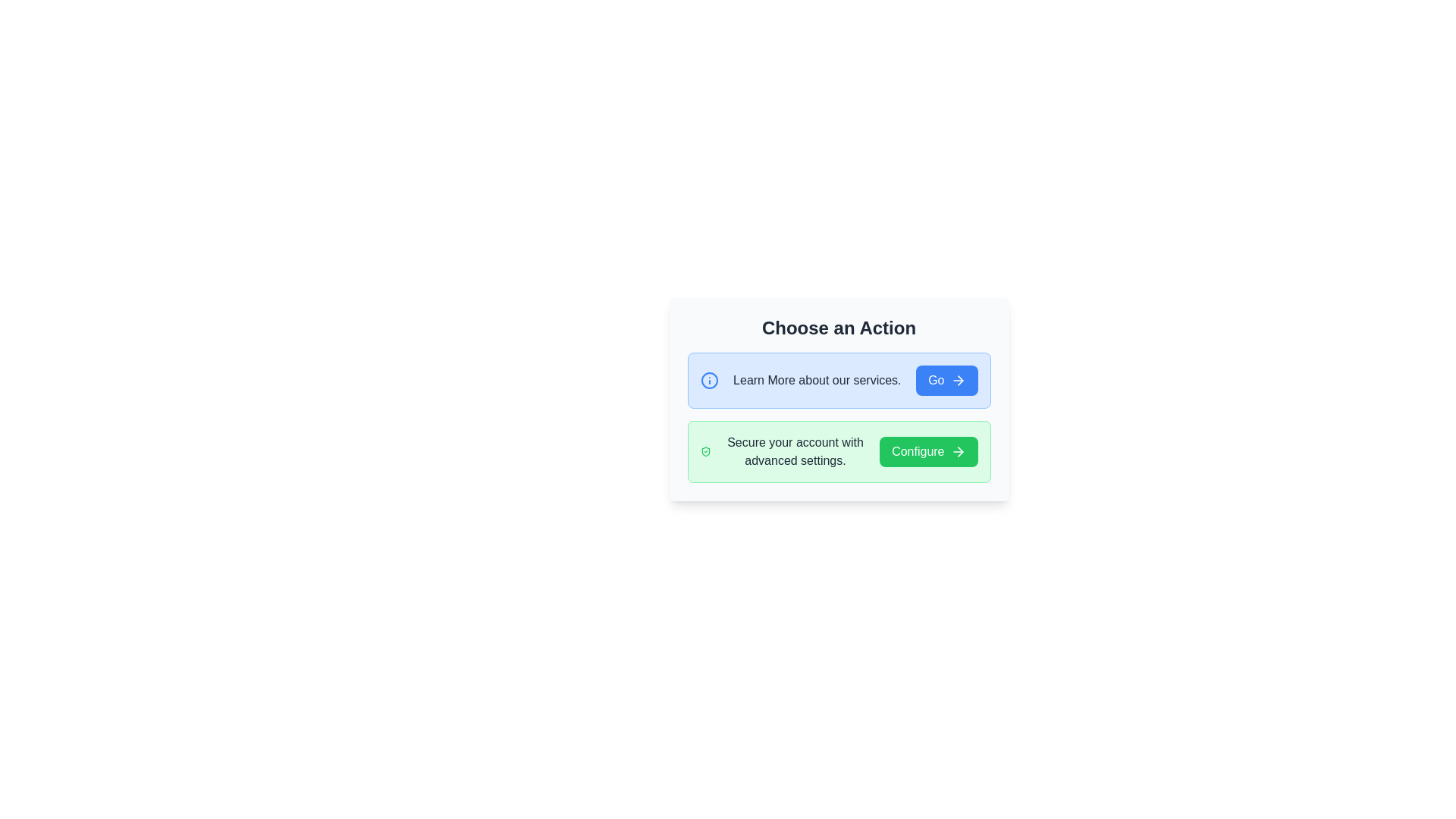 The height and width of the screenshot is (819, 1456). Describe the element at coordinates (959, 451) in the screenshot. I see `the arrow icon inside the 'Configure' button, which signifies moving forward or confirming the operation` at that location.